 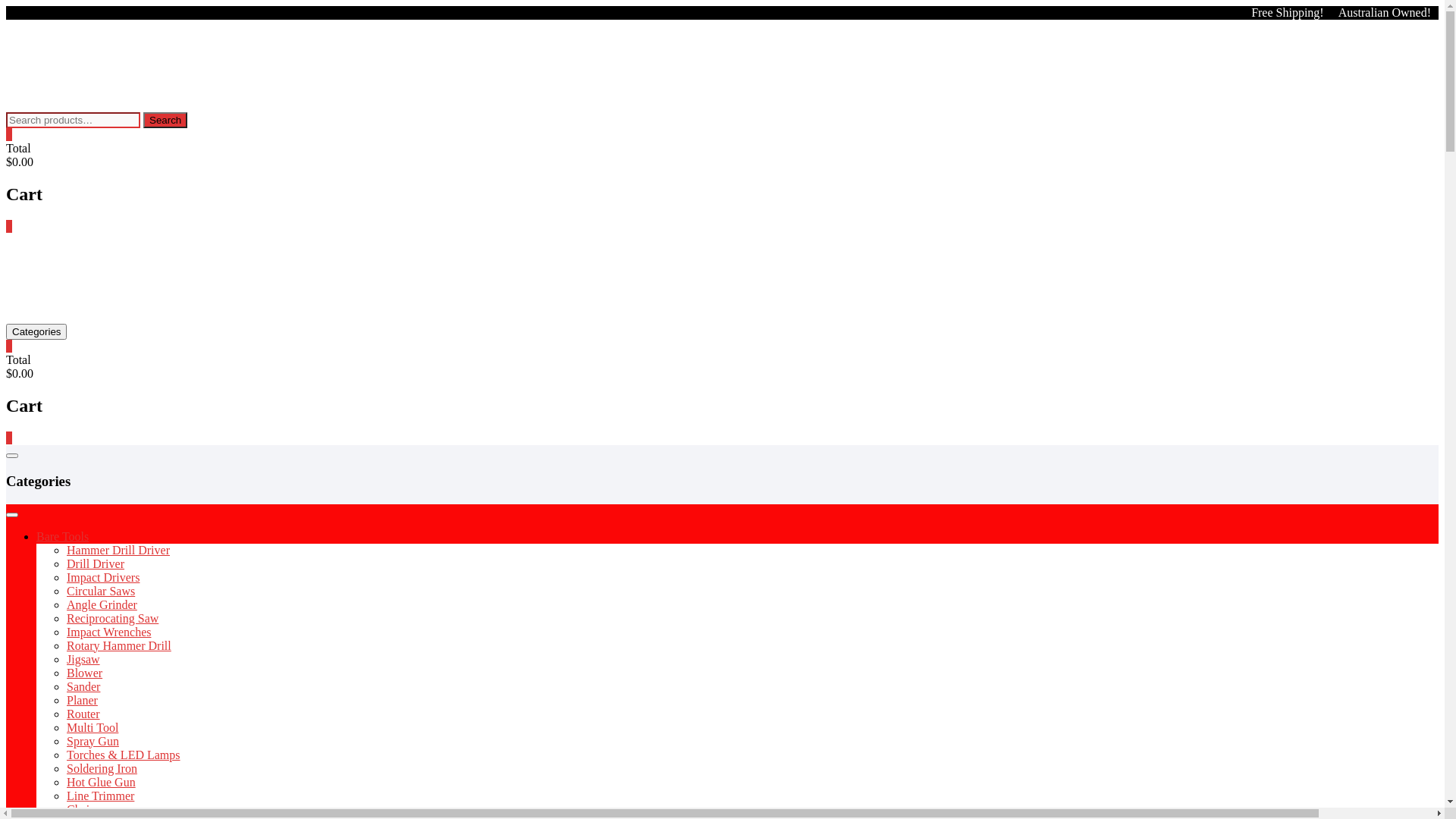 I want to click on 'Torches & LED Lamps', so click(x=124, y=755).